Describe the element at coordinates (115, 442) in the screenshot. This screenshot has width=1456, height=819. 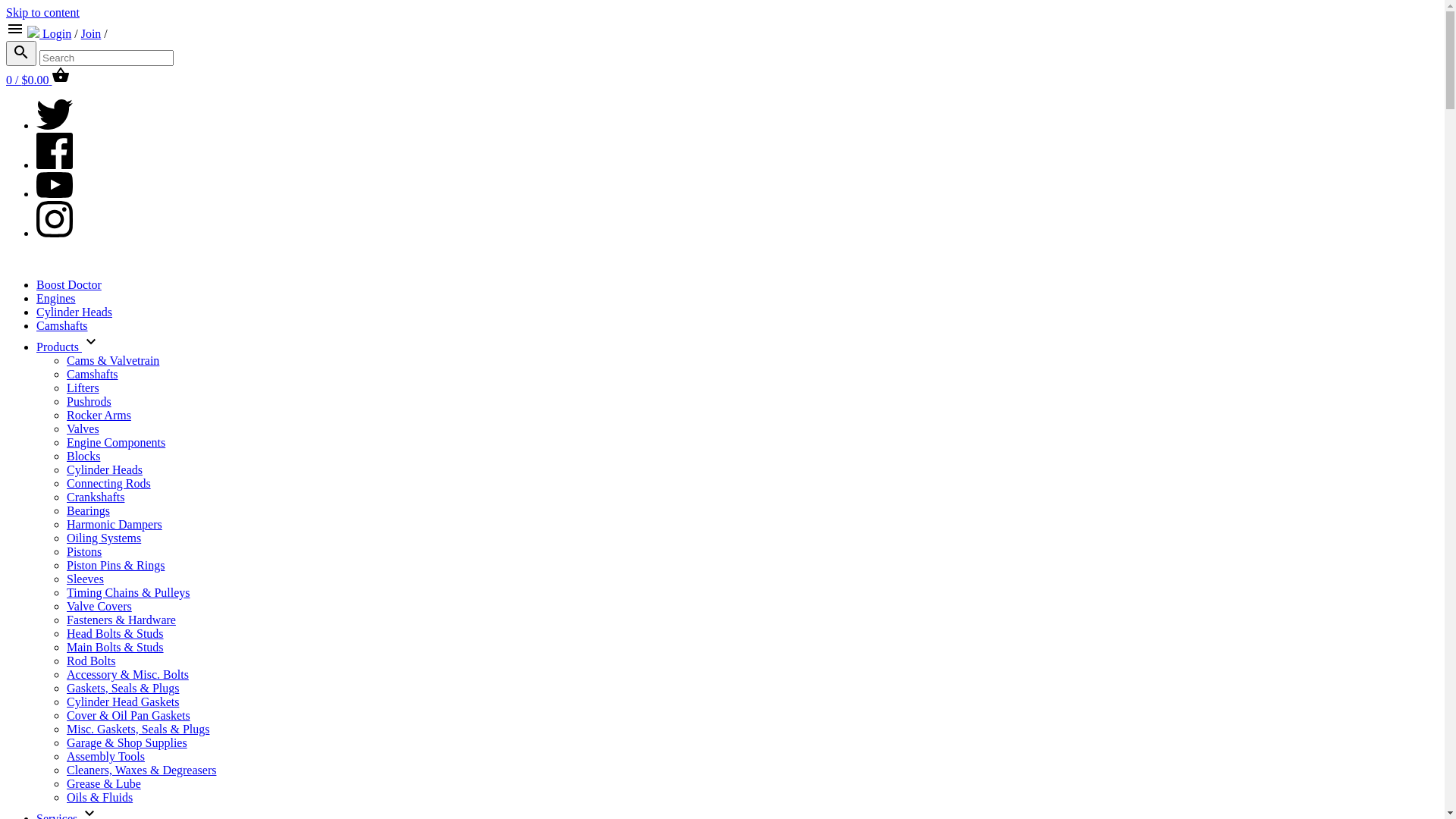
I see `'Engine Components'` at that location.